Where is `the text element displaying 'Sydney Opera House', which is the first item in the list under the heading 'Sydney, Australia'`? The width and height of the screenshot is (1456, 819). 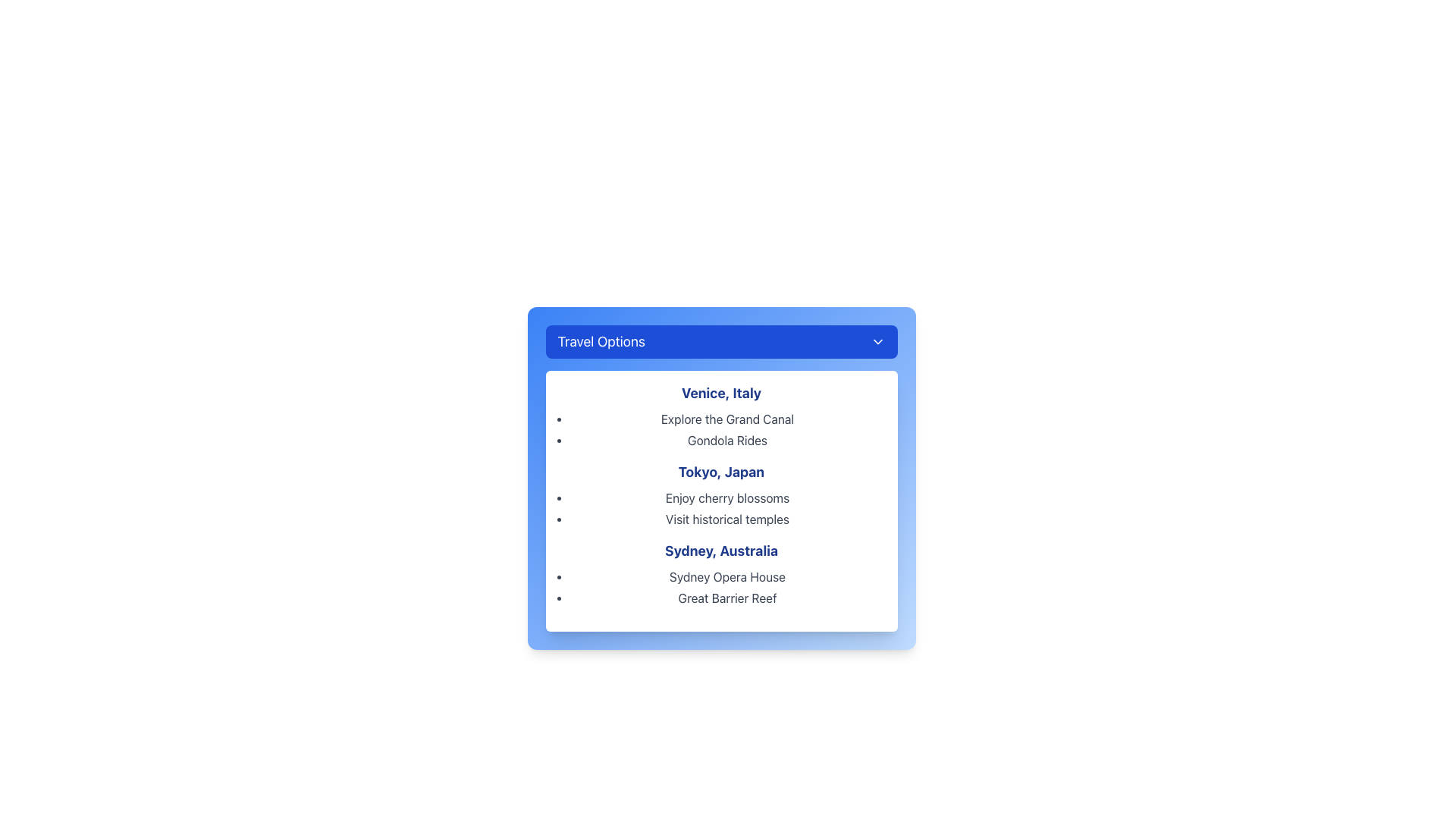
the text element displaying 'Sydney Opera House', which is the first item in the list under the heading 'Sydney, Australia' is located at coordinates (726, 576).